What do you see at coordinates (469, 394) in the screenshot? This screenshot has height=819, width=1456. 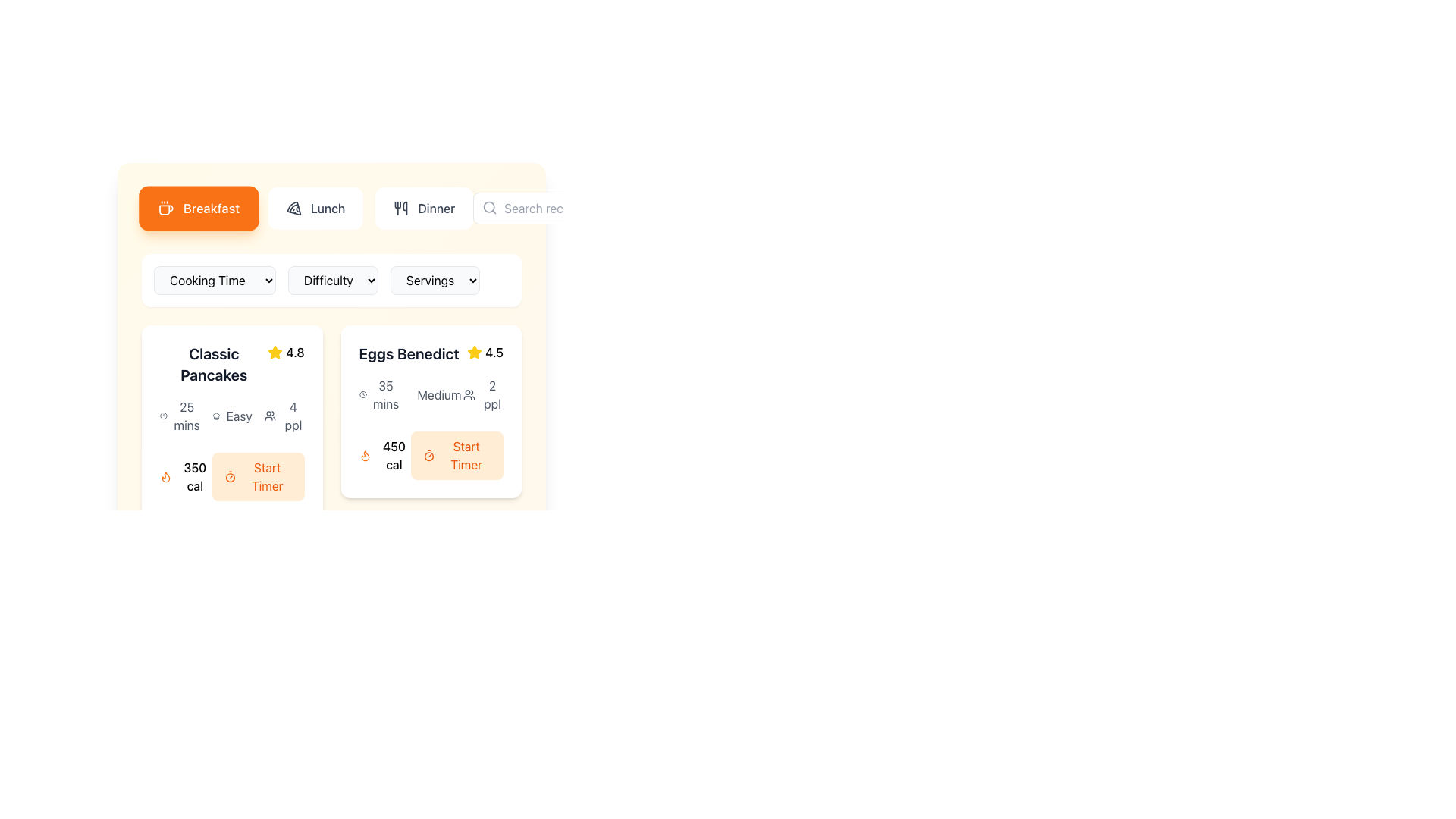 I see `the icon representing a group of users, located beside the text '2 ppl' in the details section of the 'Eggs Benedict' card` at bounding box center [469, 394].